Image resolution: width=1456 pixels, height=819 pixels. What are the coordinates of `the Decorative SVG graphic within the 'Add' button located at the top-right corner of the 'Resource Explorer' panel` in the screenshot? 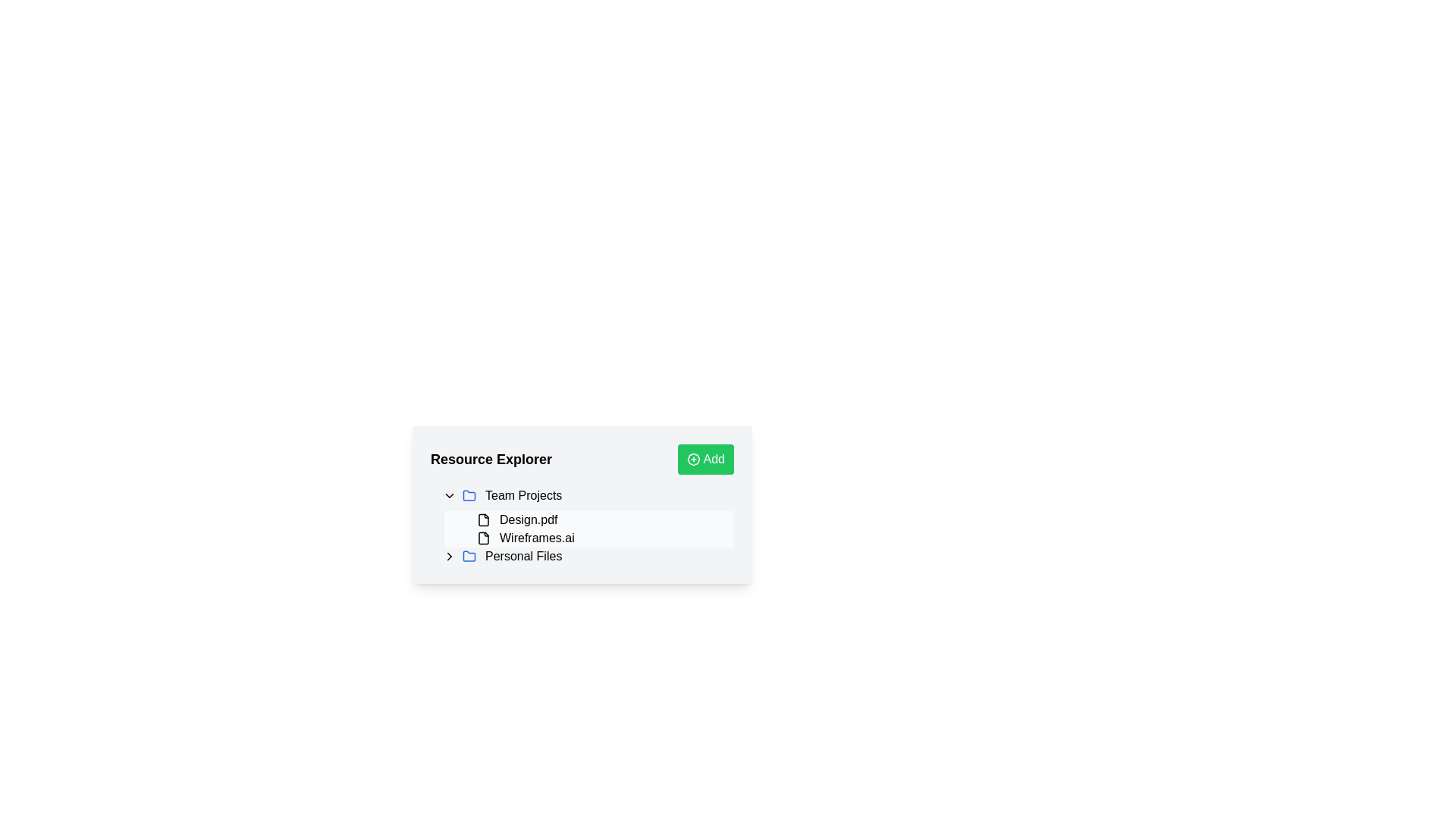 It's located at (692, 458).